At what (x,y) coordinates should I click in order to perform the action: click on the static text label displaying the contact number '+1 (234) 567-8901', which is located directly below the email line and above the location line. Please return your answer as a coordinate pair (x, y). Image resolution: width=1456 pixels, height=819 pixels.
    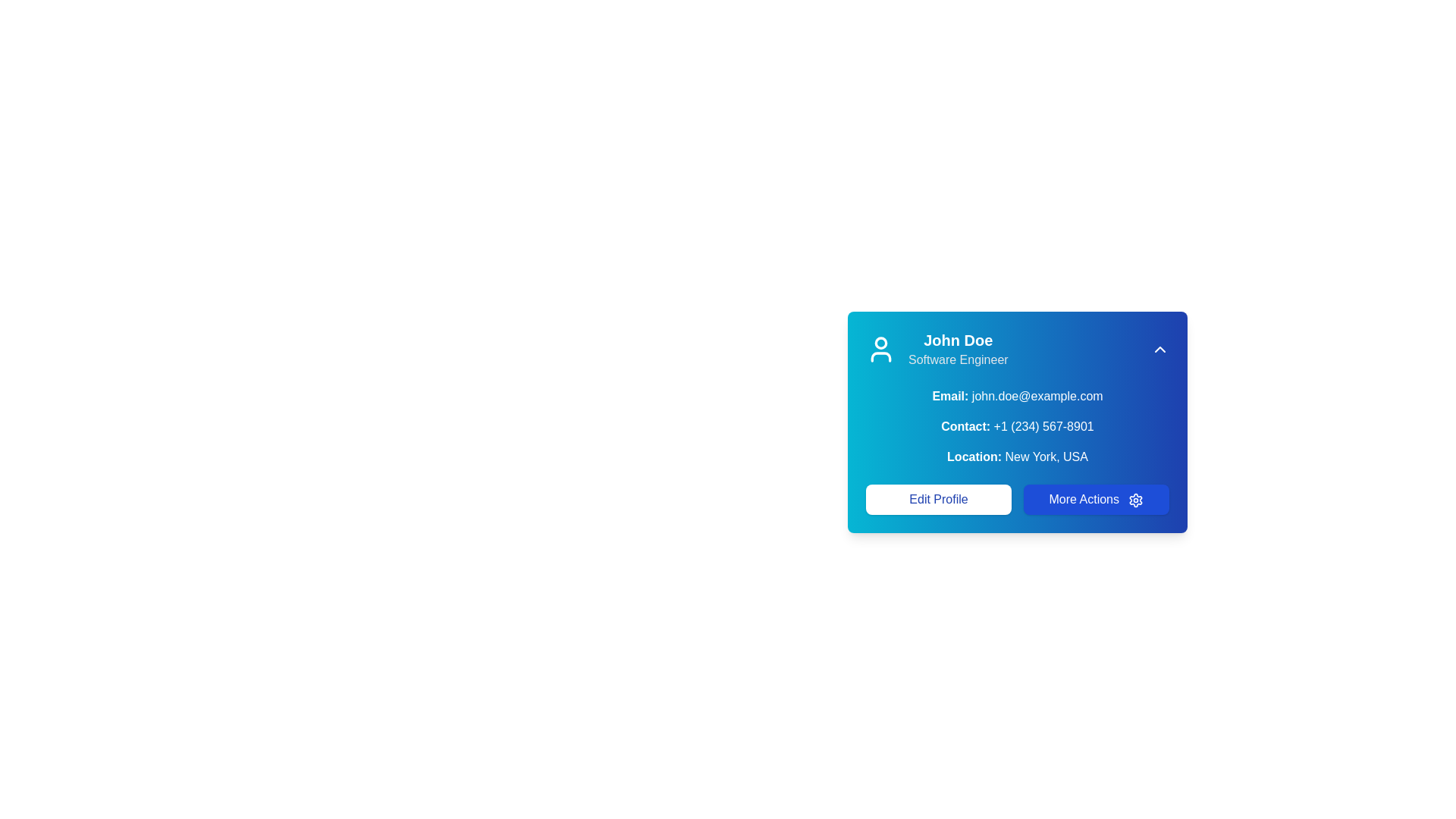
    Looking at the image, I should click on (1018, 427).